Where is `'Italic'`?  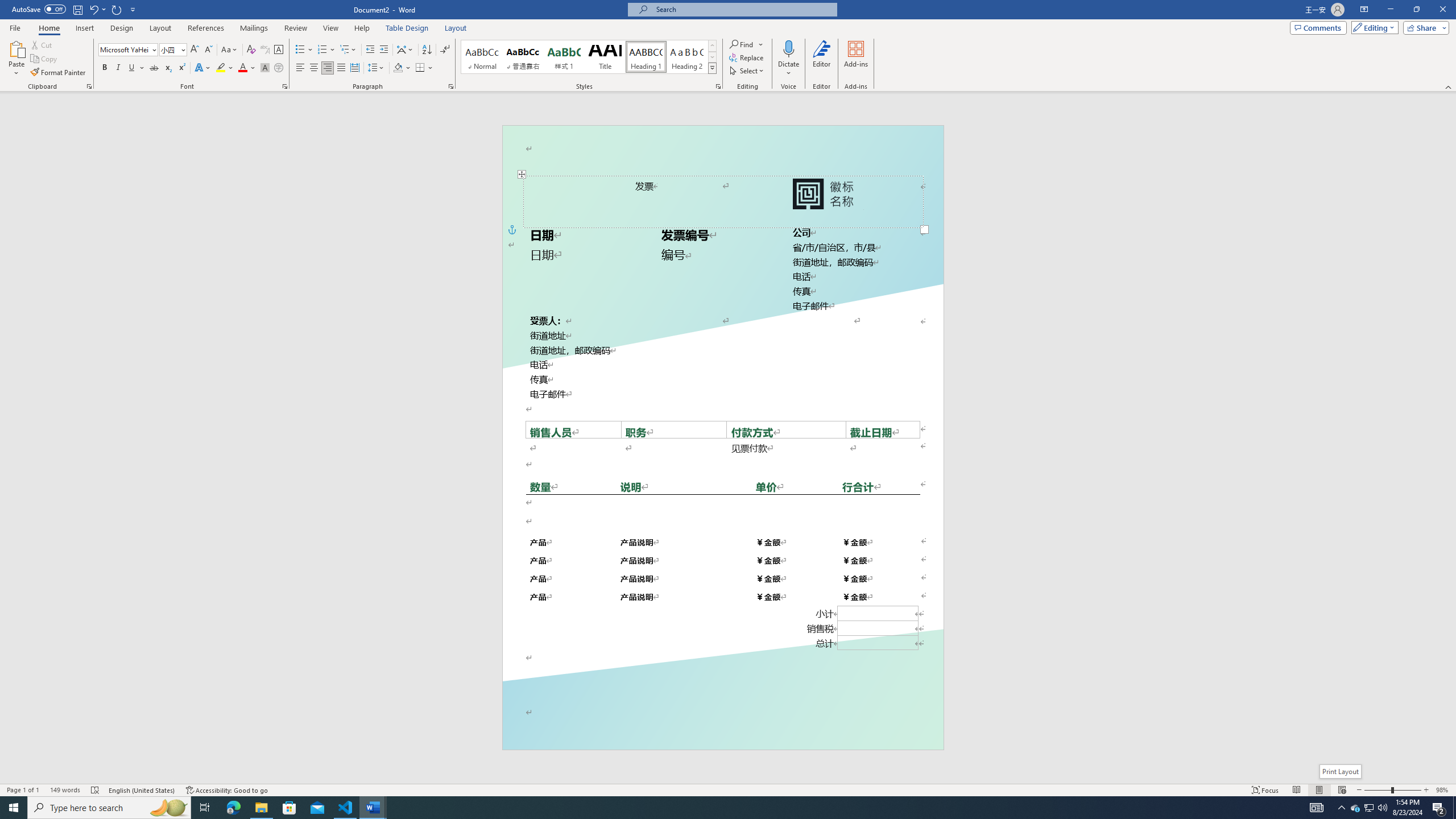
'Italic' is located at coordinates (118, 67).